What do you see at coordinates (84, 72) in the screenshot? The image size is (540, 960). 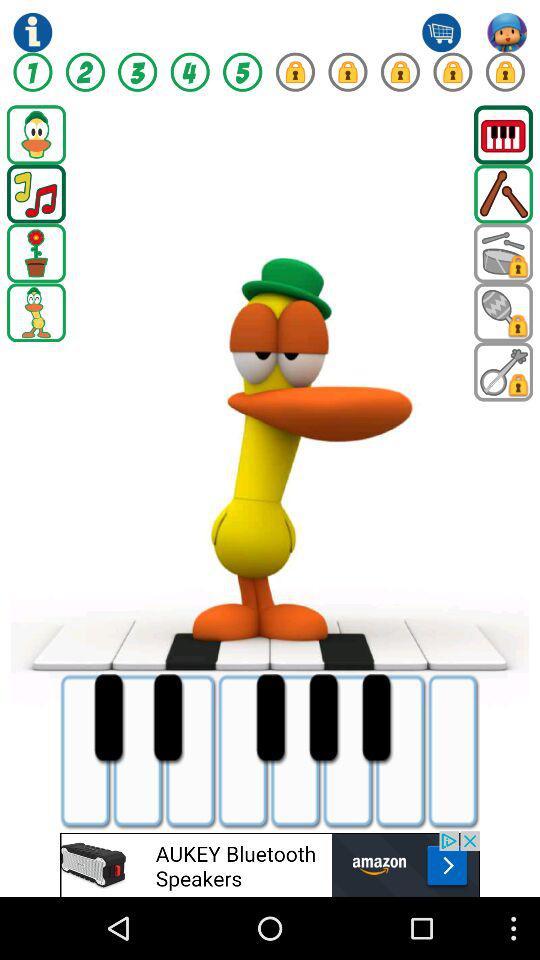 I see `item 2` at bounding box center [84, 72].